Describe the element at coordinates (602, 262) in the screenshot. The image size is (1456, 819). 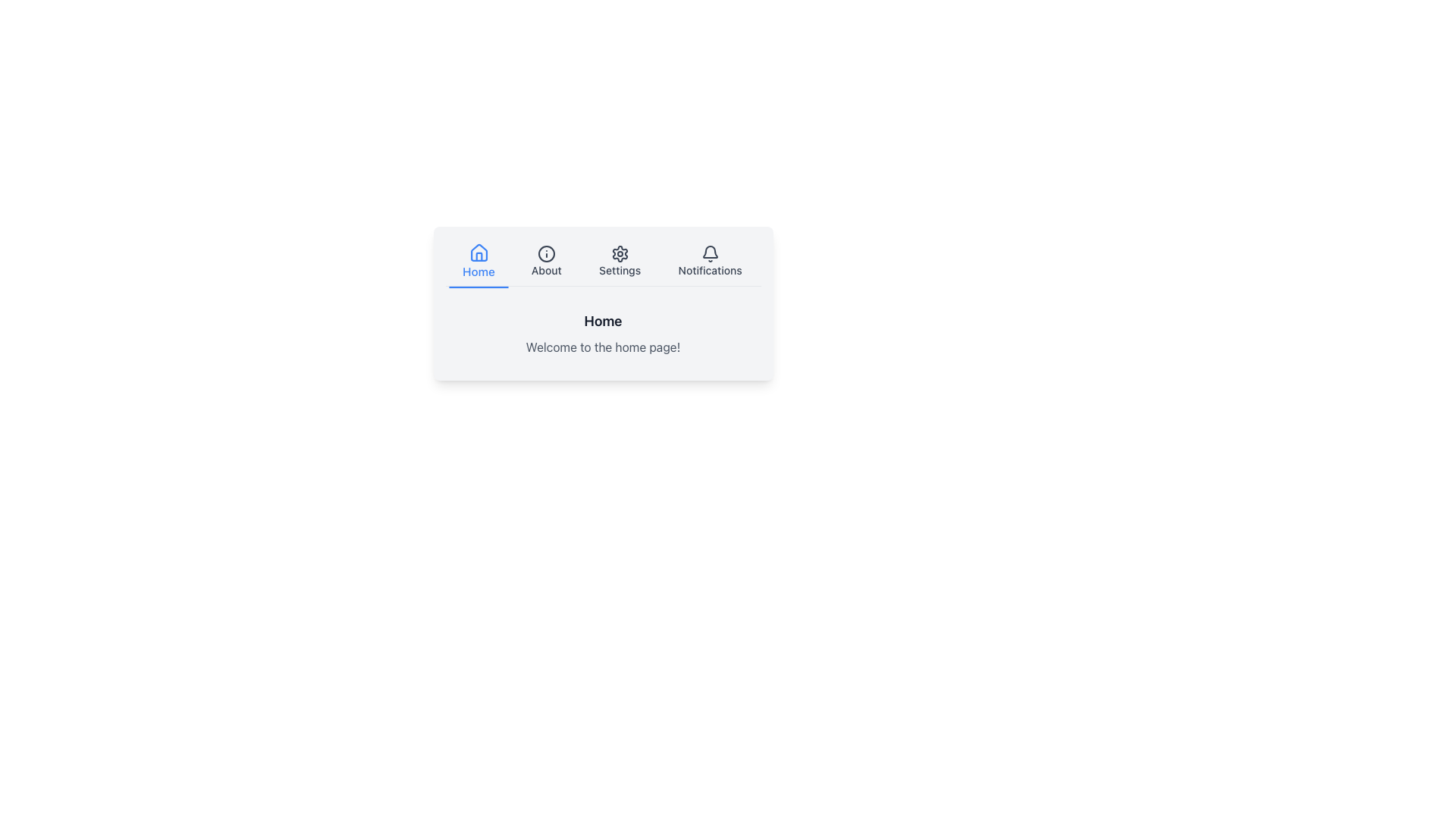
I see `the 'Settings' button, which is the third button in a horizontal navigation bar containing icons and labels` at that location.